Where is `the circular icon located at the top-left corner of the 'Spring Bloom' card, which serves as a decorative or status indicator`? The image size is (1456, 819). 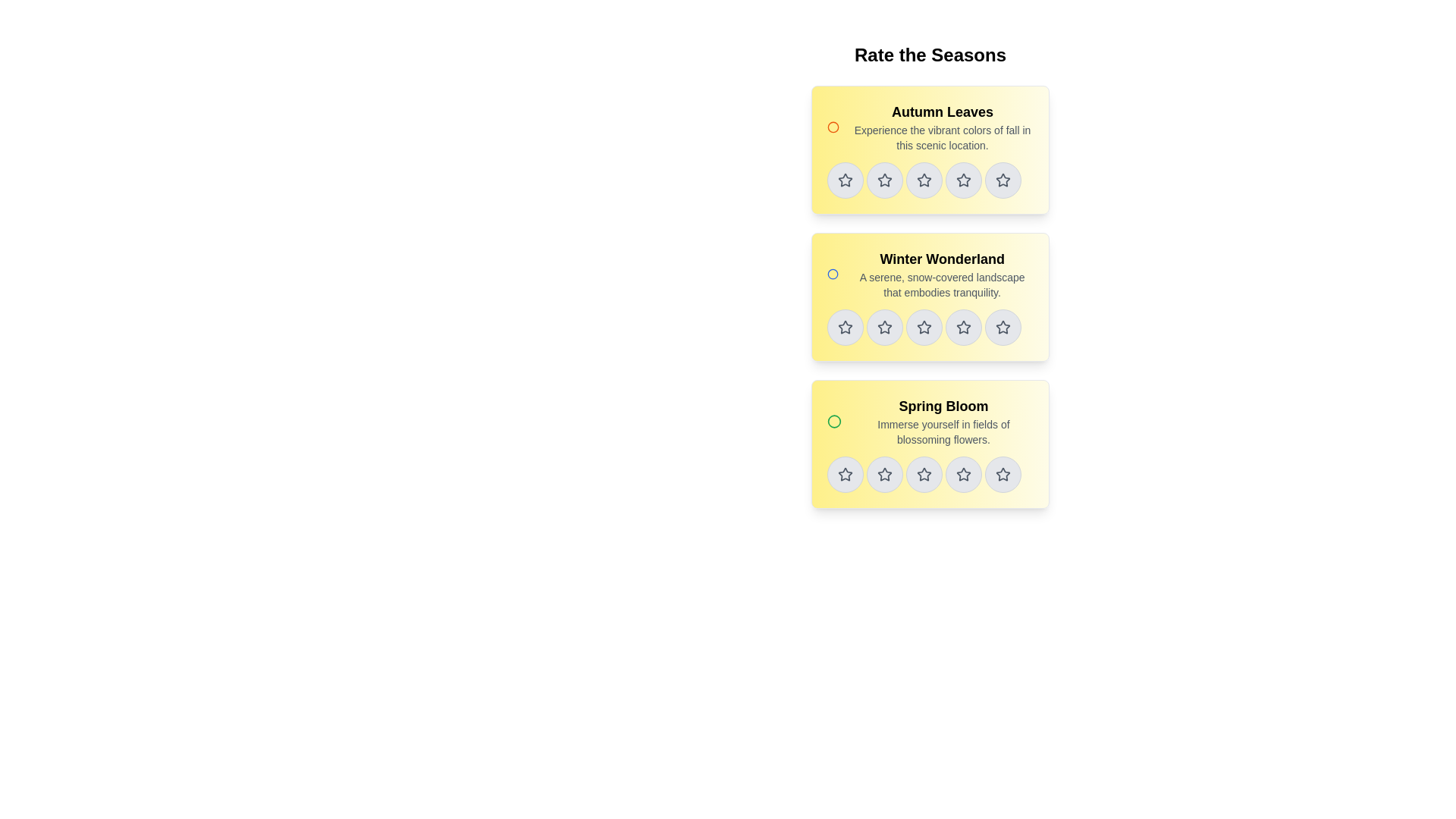
the circular icon located at the top-left corner of the 'Spring Bloom' card, which serves as a decorative or status indicator is located at coordinates (833, 421).